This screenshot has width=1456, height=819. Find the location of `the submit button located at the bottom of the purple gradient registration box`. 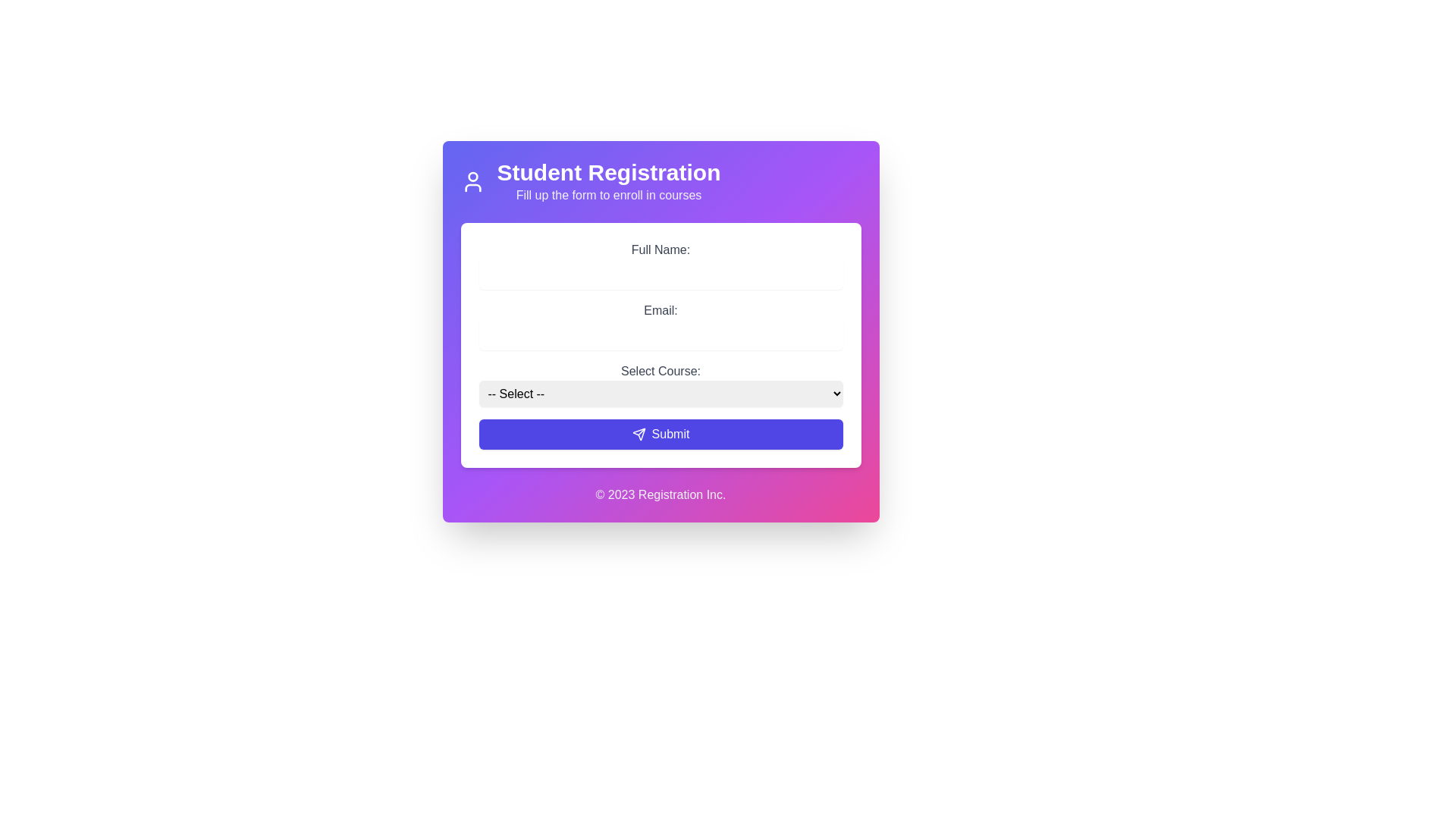

the submit button located at the bottom of the purple gradient registration box is located at coordinates (661, 435).